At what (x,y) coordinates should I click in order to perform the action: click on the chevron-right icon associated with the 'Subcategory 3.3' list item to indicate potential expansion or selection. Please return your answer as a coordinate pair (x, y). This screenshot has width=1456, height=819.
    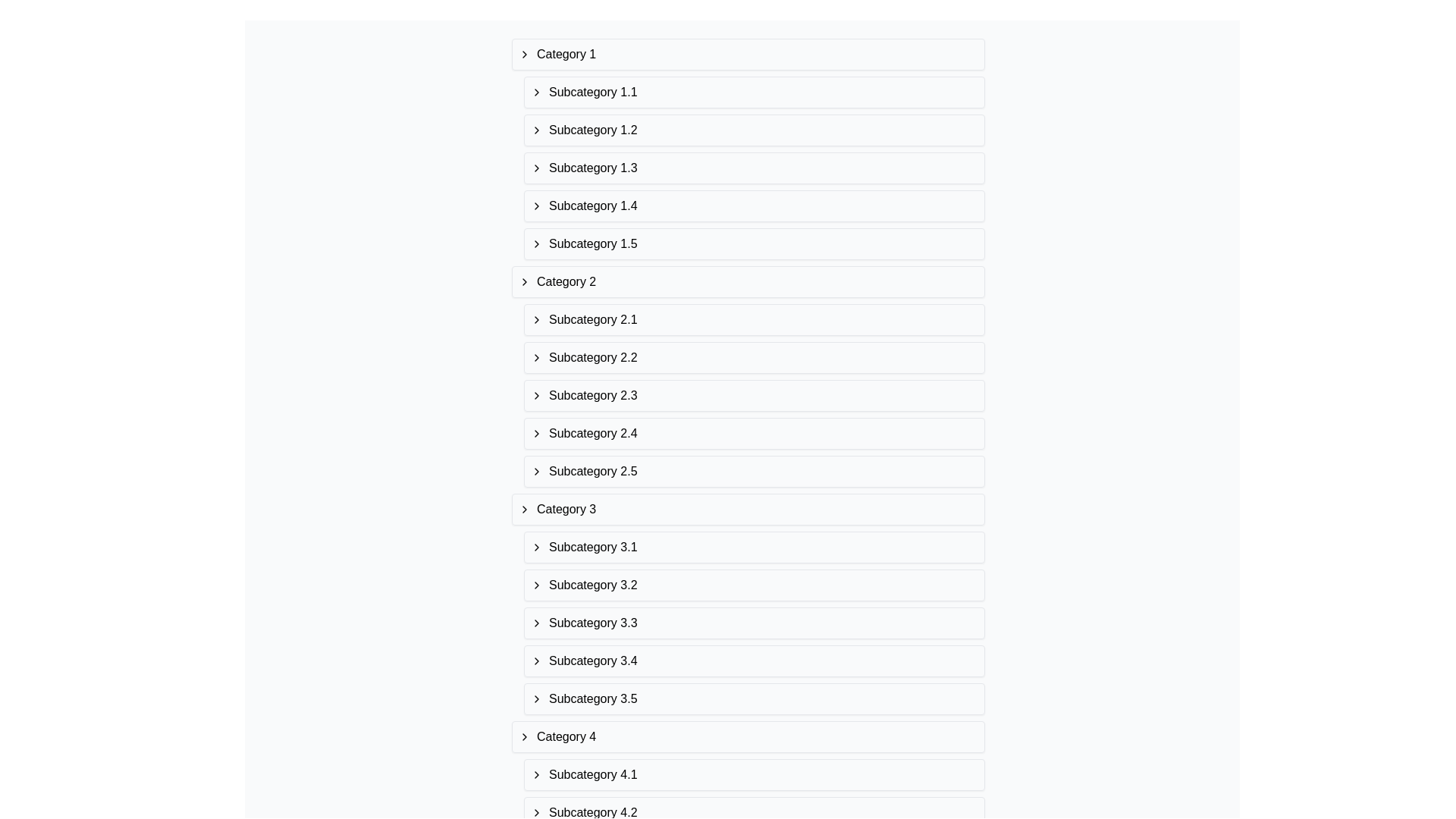
    Looking at the image, I should click on (537, 623).